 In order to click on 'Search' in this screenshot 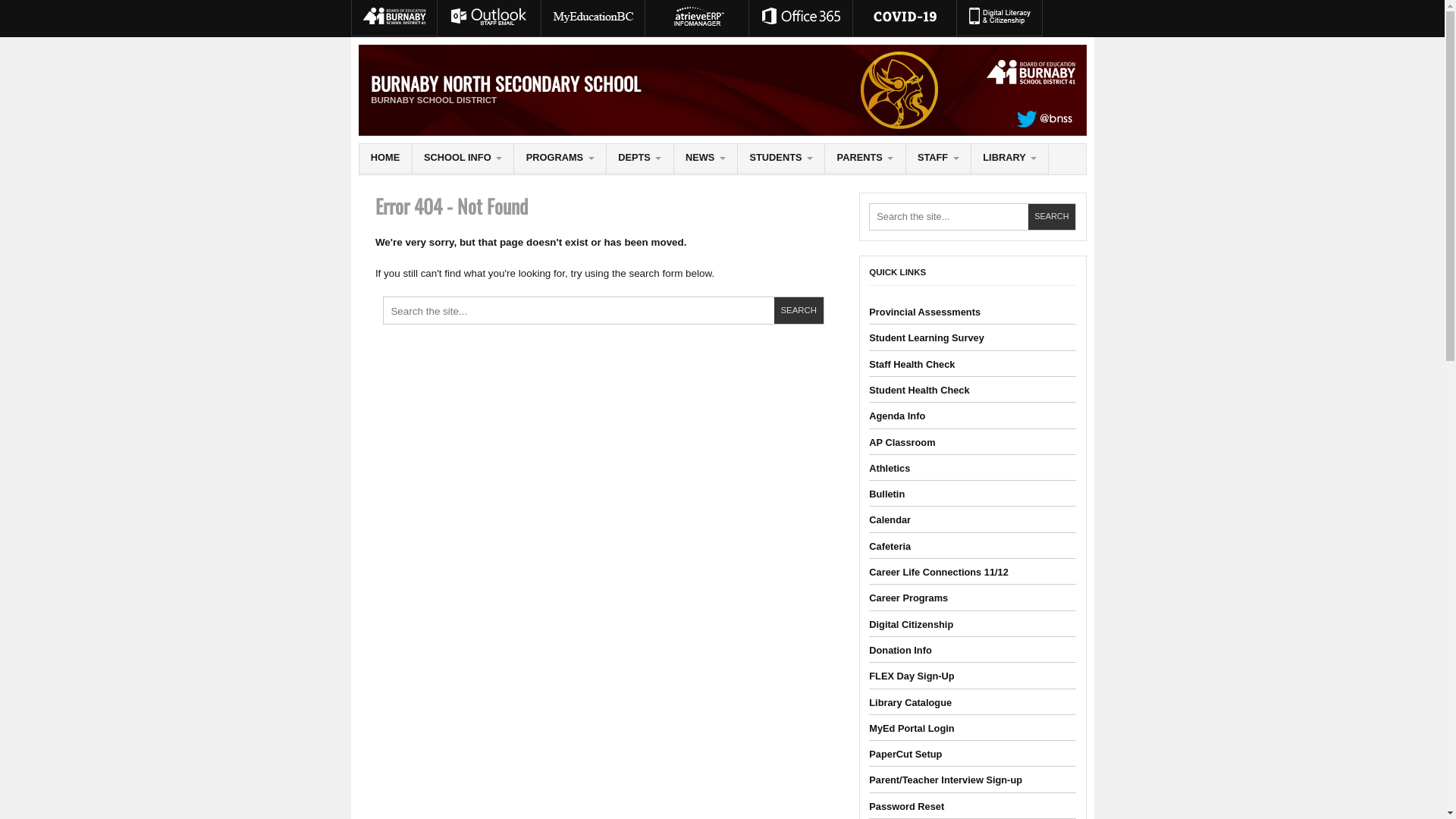, I will do `click(798, 309)`.